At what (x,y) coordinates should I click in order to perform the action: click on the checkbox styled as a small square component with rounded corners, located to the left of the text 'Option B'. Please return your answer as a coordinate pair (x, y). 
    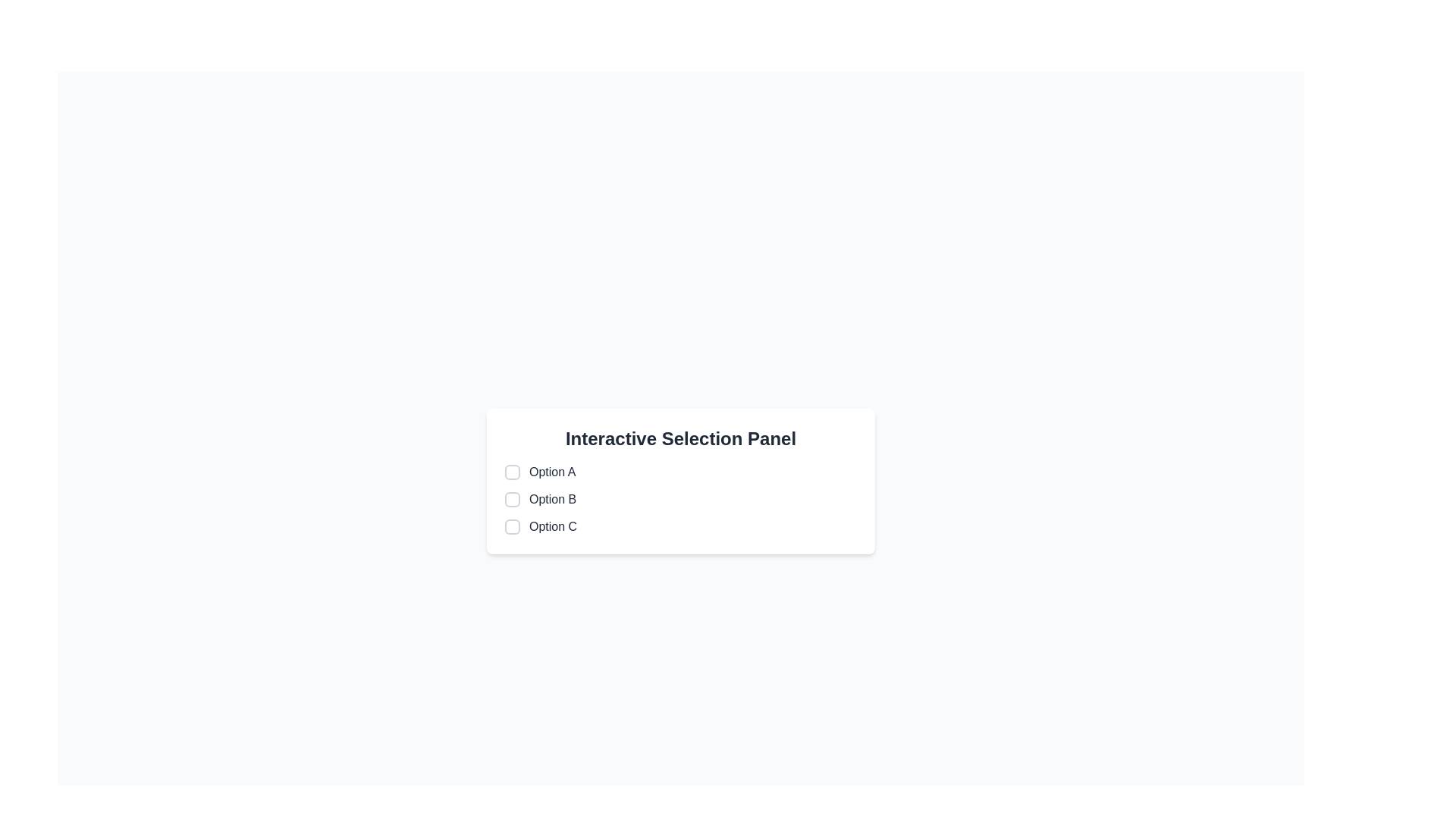
    Looking at the image, I should click on (513, 500).